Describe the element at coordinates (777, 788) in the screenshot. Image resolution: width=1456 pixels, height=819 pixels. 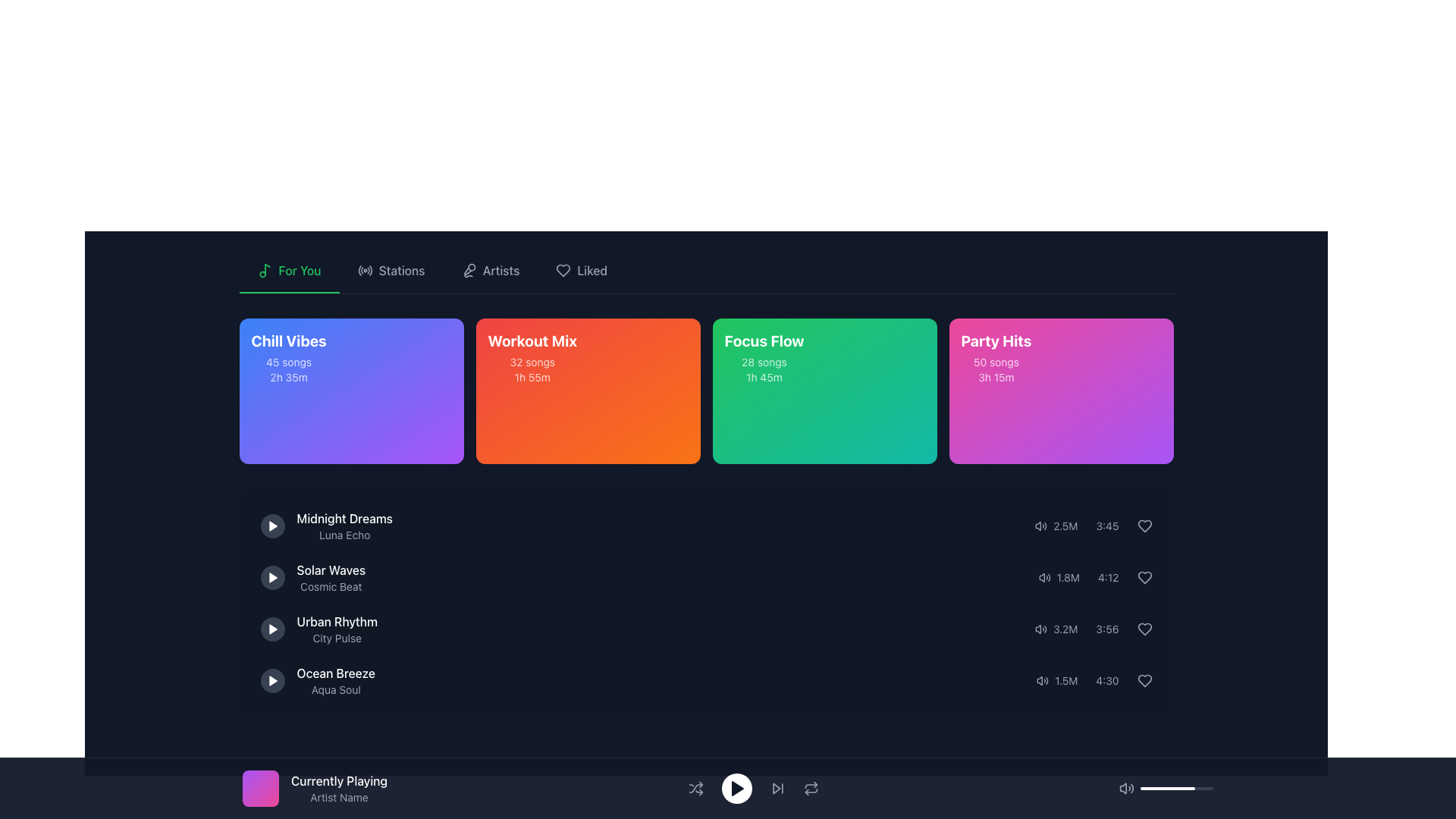
I see `the forward navigation button represented by a double-chevron arrow pointing to the right, located in the bottom toolbar` at that location.